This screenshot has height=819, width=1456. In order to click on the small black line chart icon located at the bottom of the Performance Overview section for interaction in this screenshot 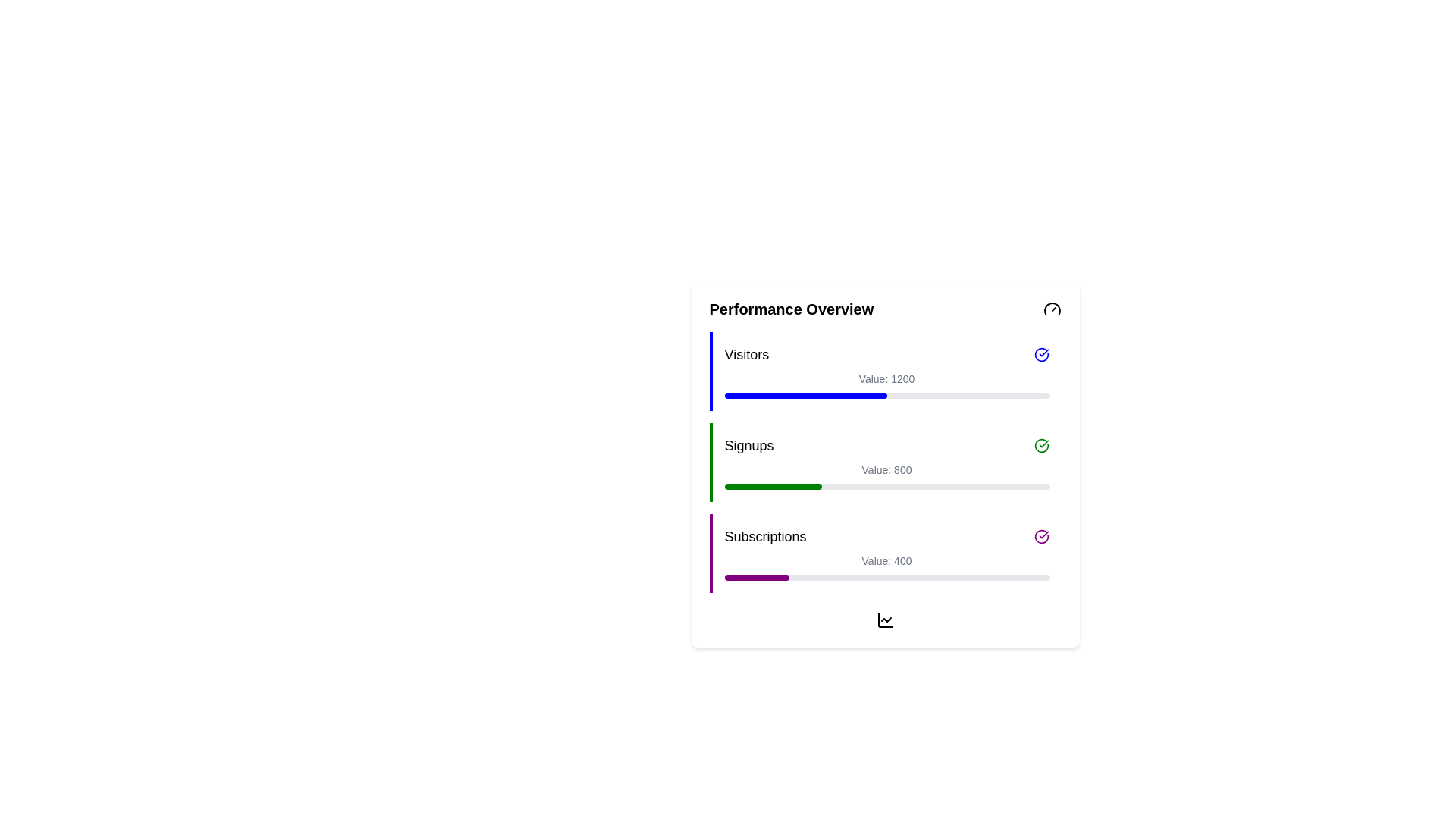, I will do `click(885, 620)`.